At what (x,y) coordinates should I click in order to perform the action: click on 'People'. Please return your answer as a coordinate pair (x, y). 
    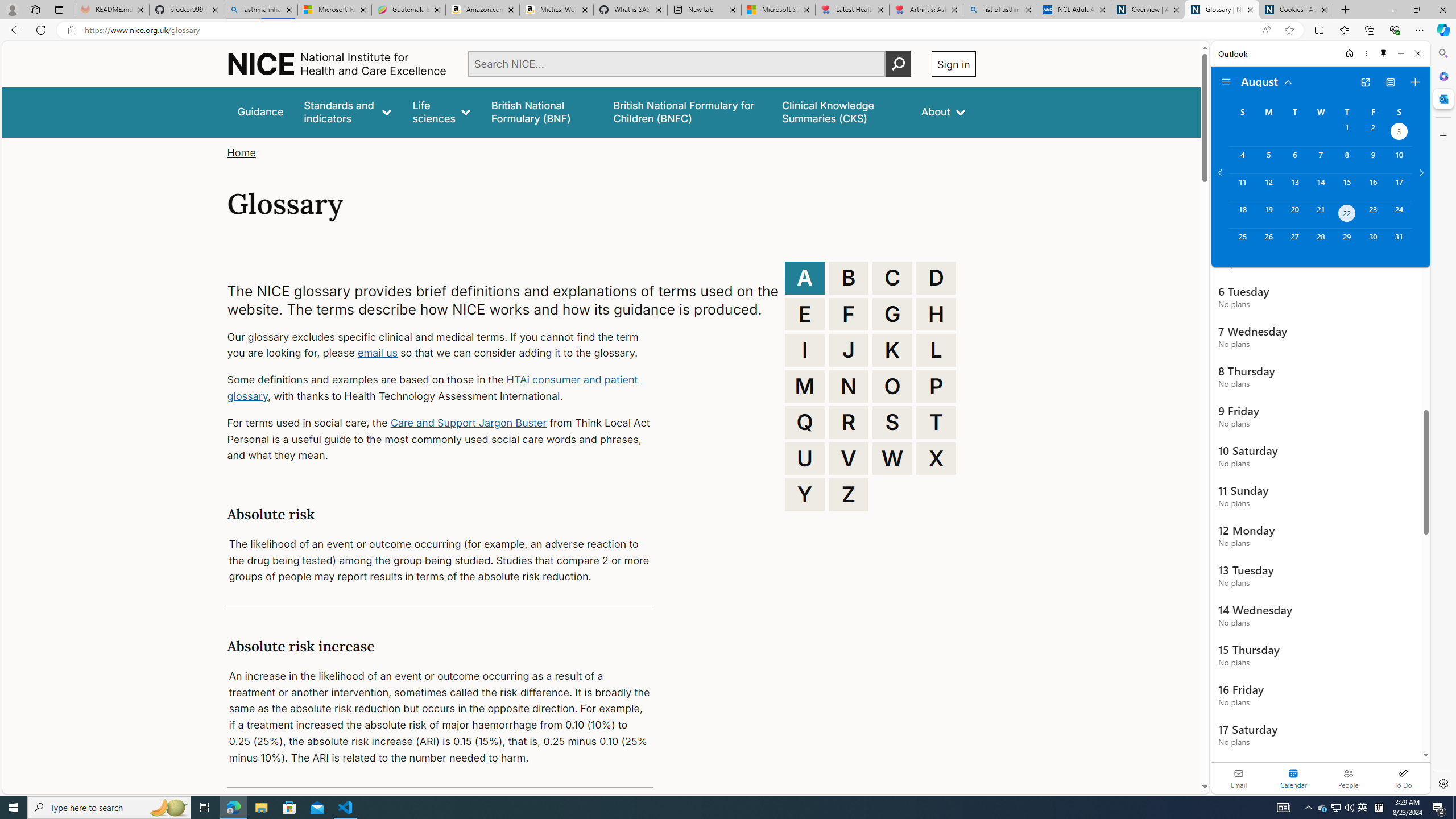
    Looking at the image, I should click on (1347, 777).